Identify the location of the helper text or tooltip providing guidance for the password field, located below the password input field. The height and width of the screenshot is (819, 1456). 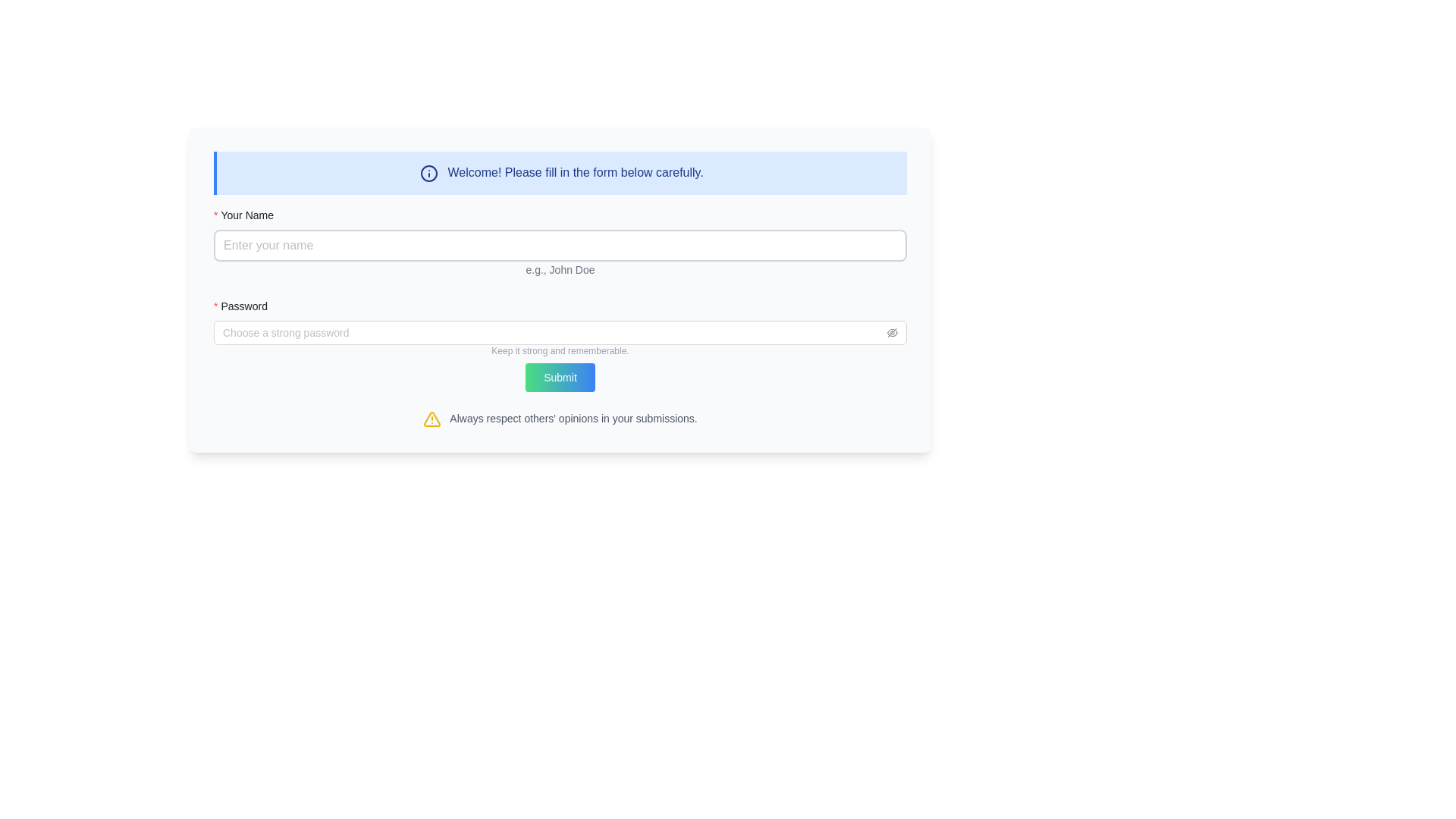
(560, 350).